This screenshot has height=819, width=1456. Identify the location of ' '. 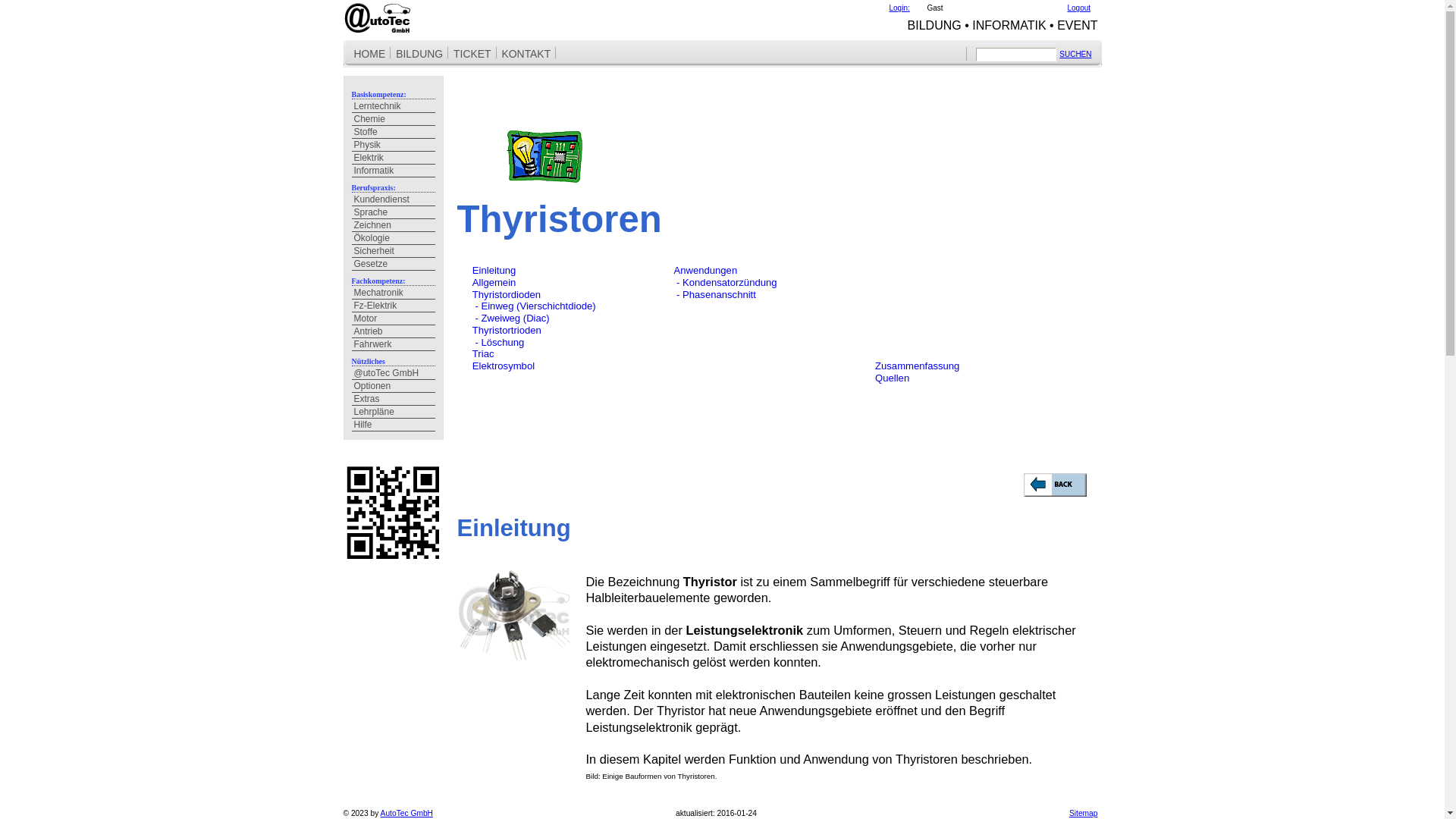
(457, 439).